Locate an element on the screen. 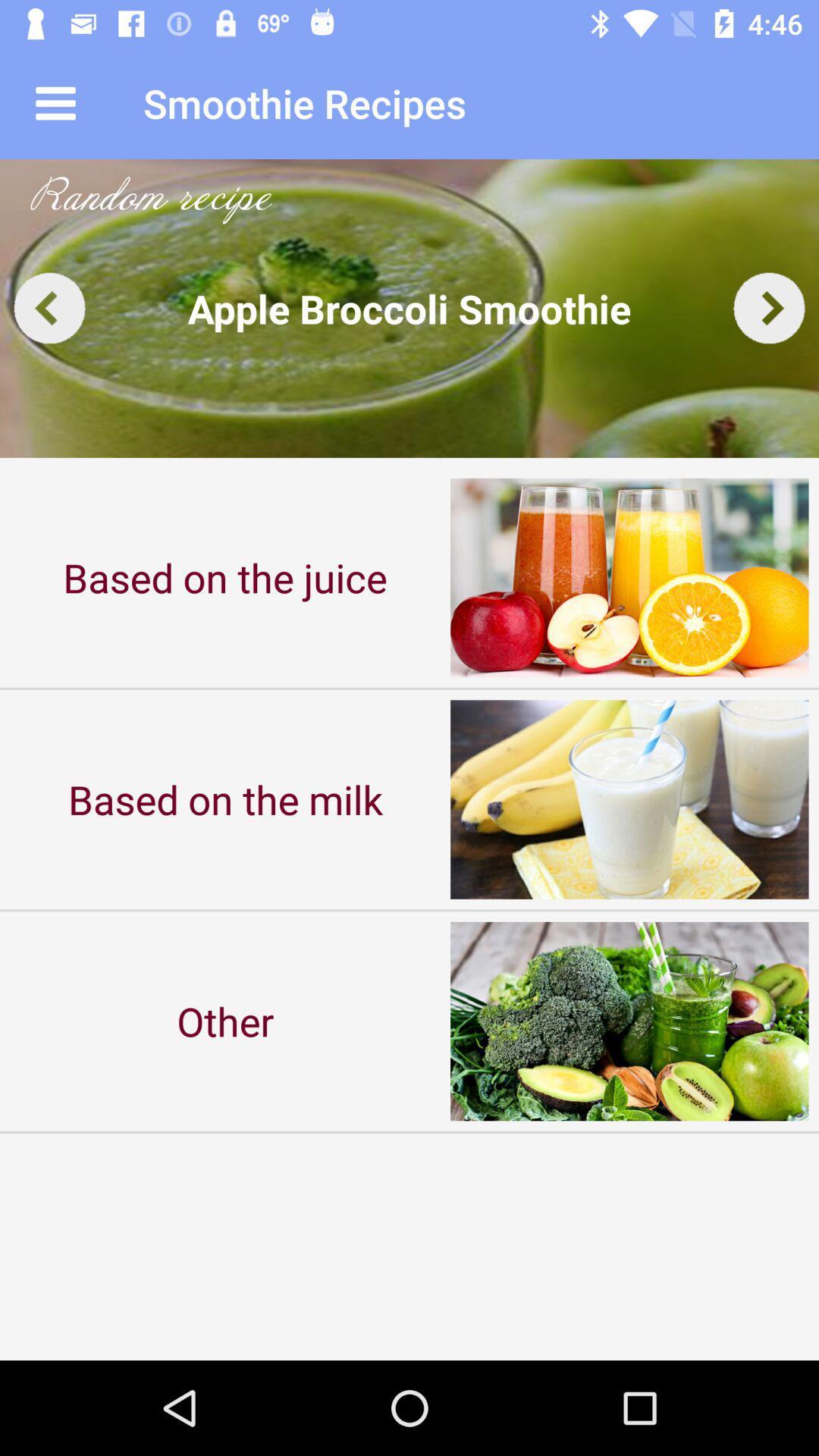 This screenshot has width=819, height=1456. the item above based on the icon is located at coordinates (409, 307).